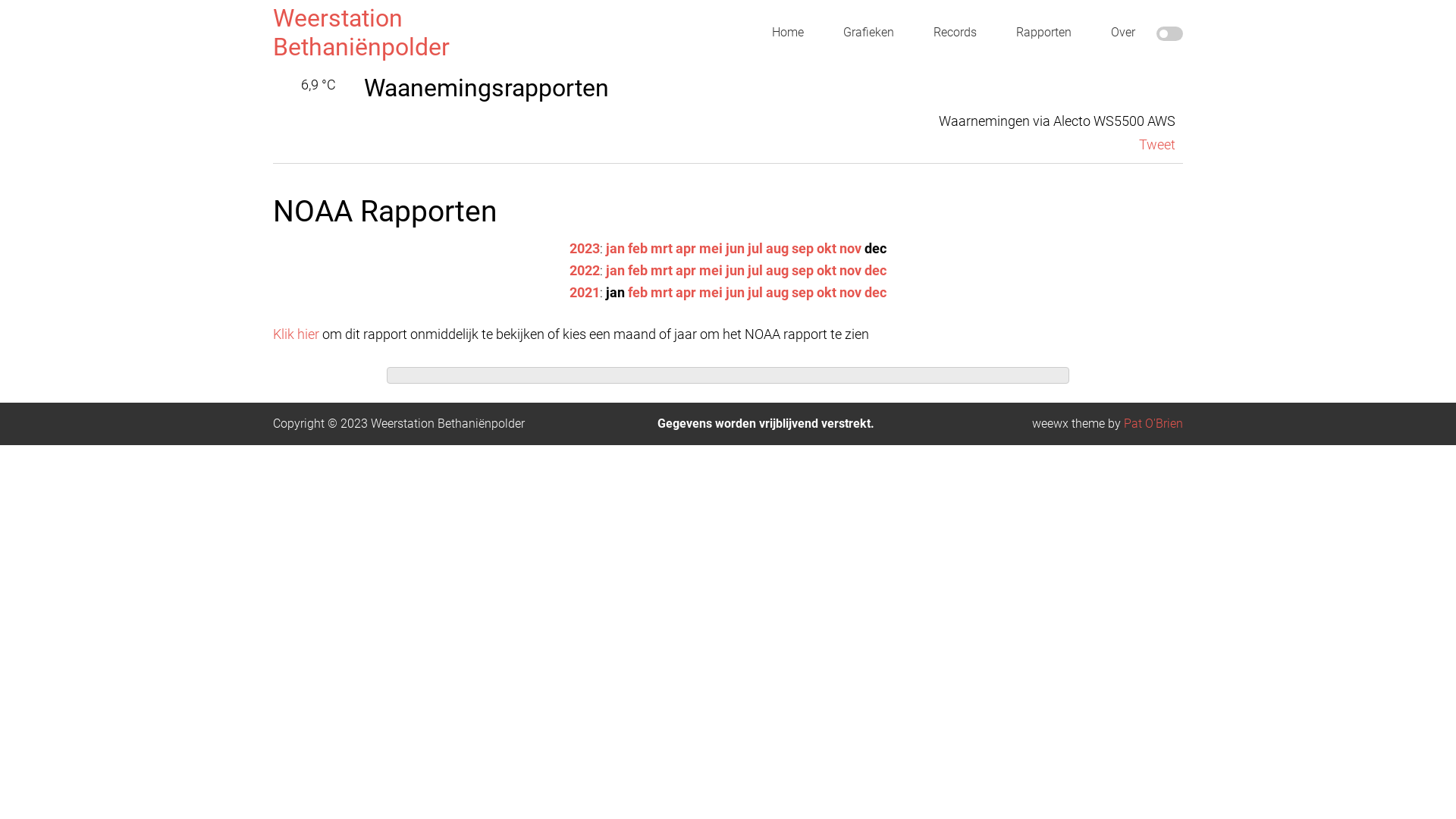 Image resolution: width=1456 pixels, height=819 pixels. What do you see at coordinates (710, 292) in the screenshot?
I see `'mei'` at bounding box center [710, 292].